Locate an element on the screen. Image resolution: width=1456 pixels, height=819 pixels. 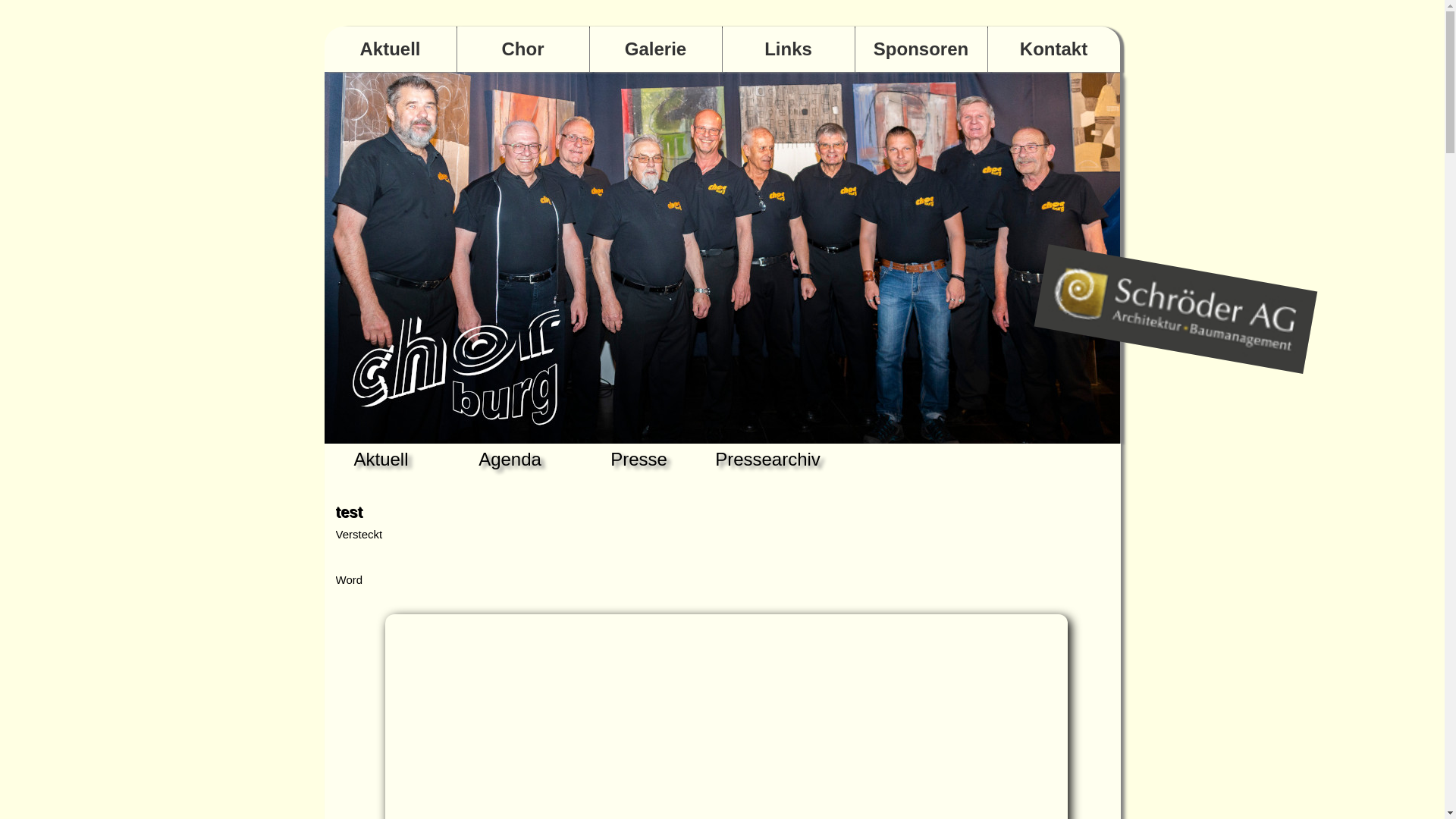
'Sponsoren' is located at coordinates (855, 49).